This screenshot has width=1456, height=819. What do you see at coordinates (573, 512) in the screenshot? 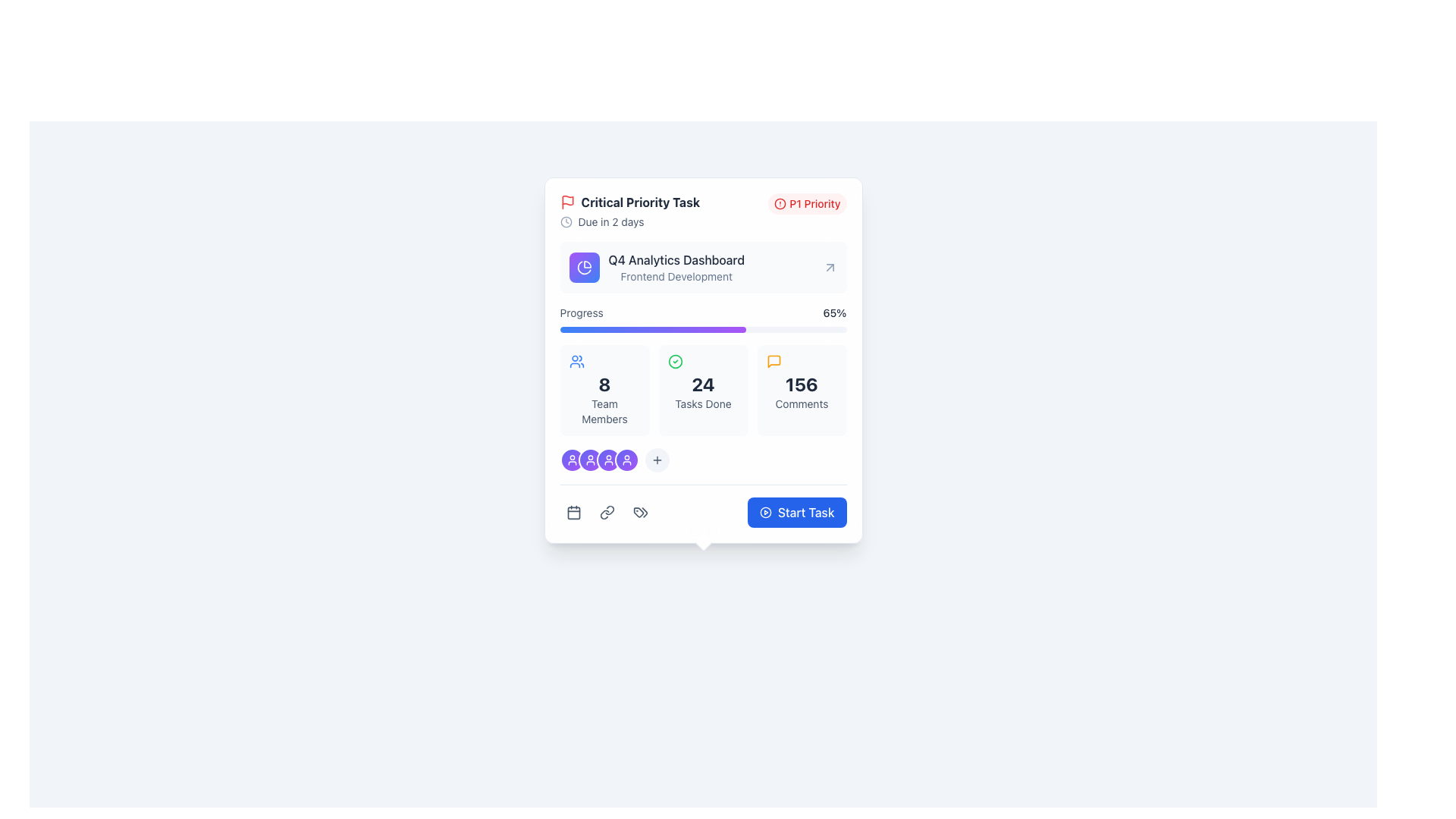
I see `the calendar icon located at the bottom left corner of the card interface` at bounding box center [573, 512].